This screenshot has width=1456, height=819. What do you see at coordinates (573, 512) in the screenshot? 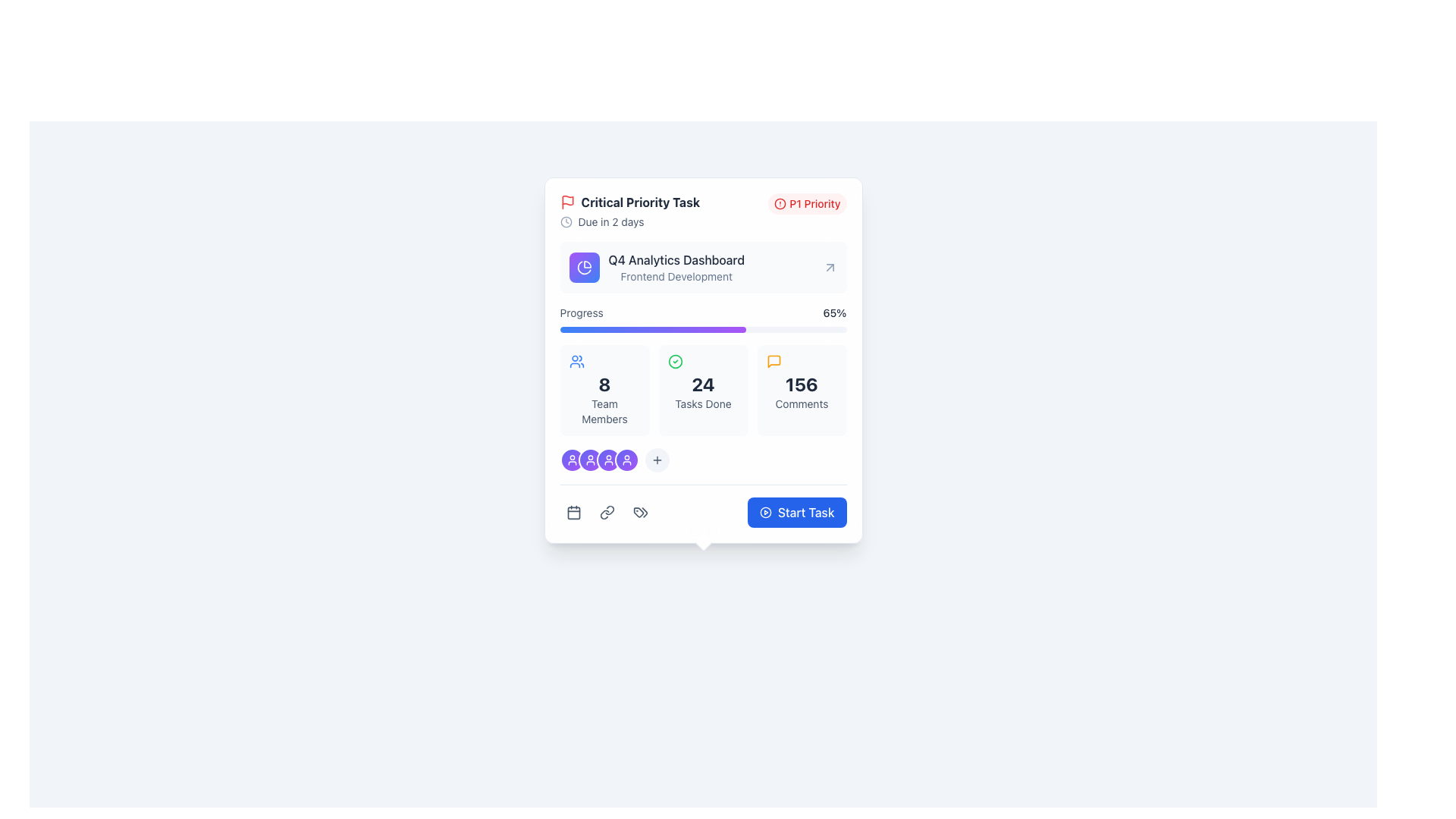
I see `the calendar icon located at the bottom left corner of the card interface` at bounding box center [573, 512].